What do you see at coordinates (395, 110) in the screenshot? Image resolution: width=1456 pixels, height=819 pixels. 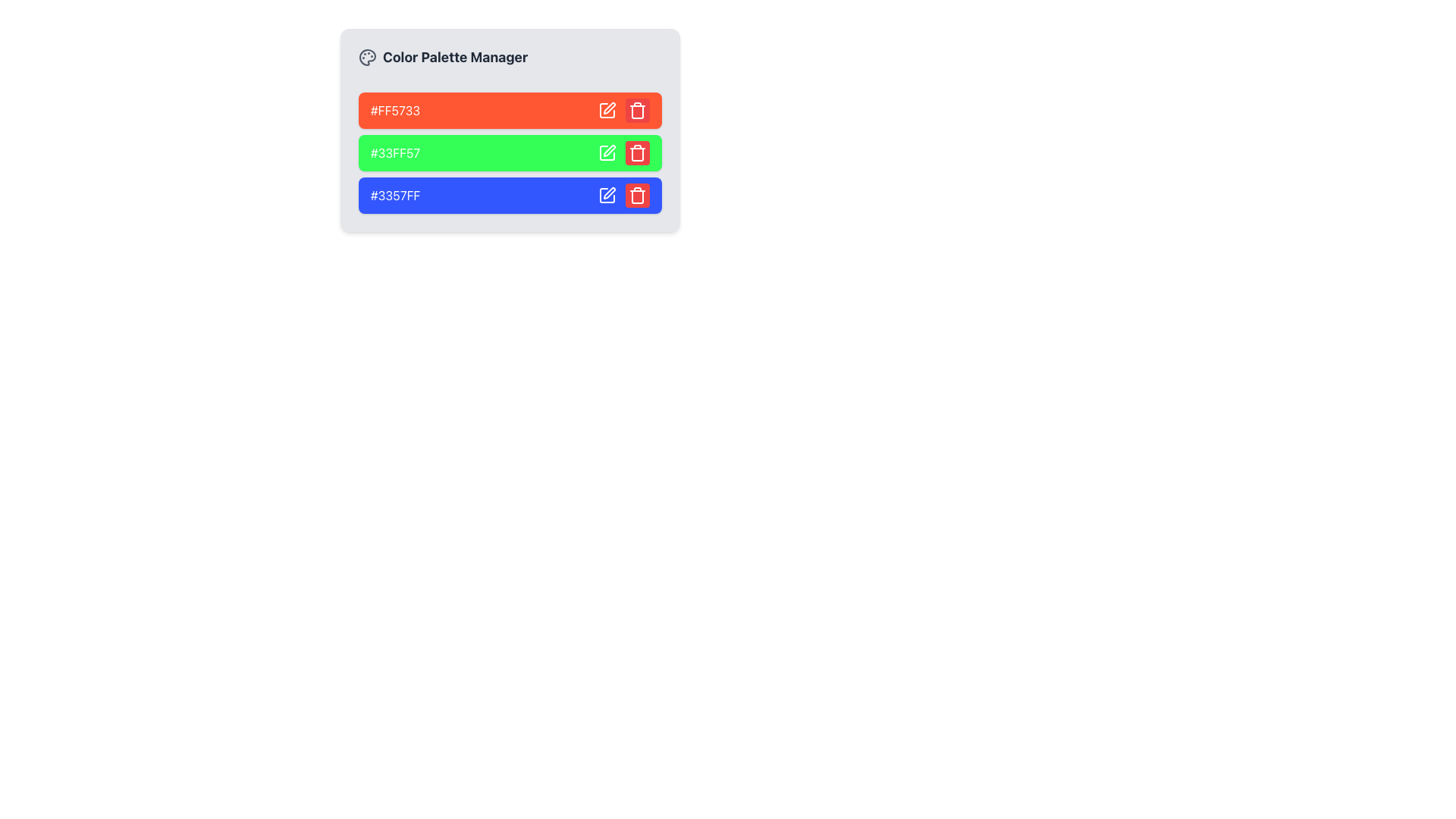 I see `the color representation label in the Color Palette Manager, which is the first element in a vertical stack of three containers` at bounding box center [395, 110].